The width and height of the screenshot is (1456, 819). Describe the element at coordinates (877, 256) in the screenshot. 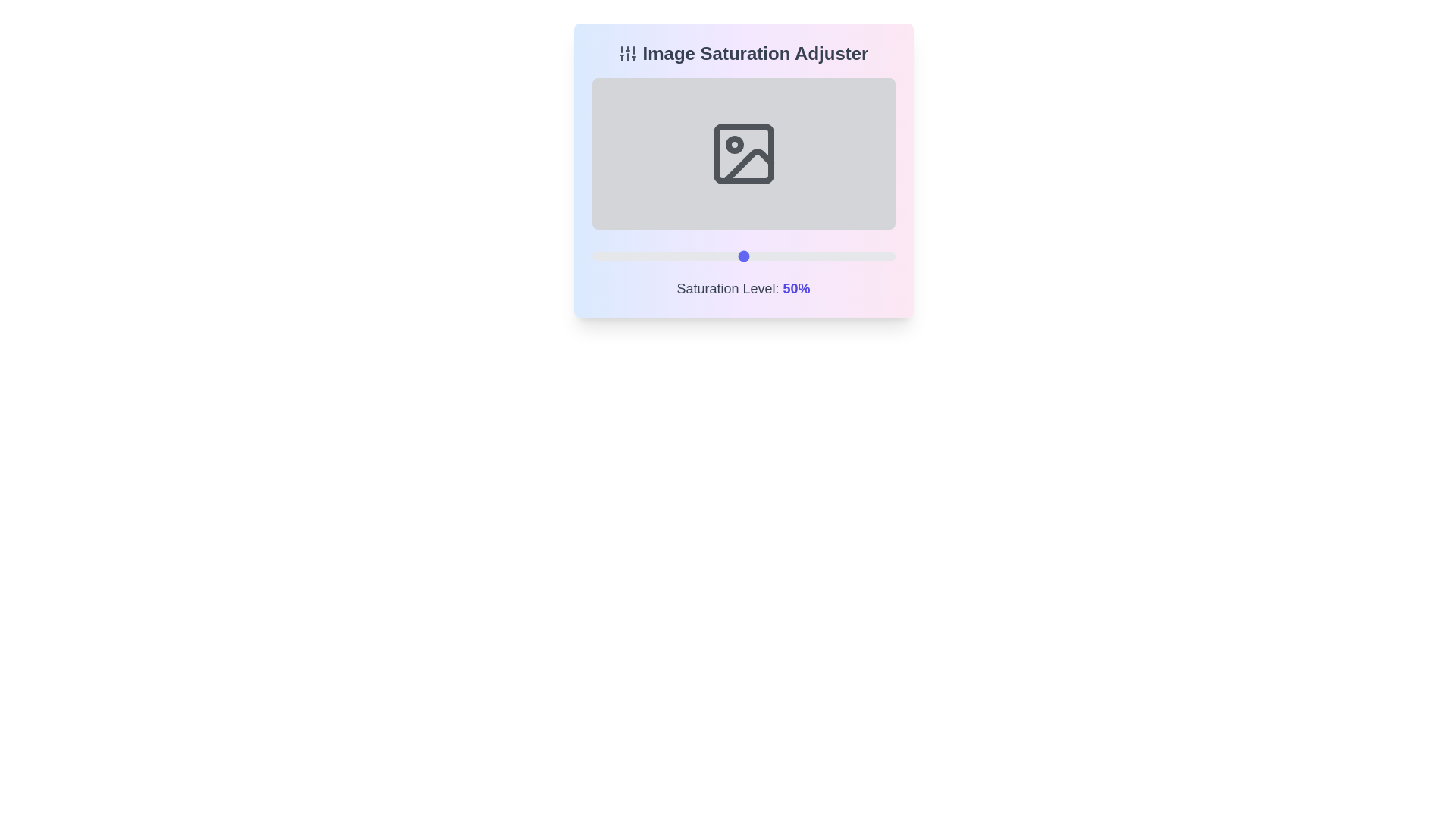

I see `the saturation slider to set the saturation level to 94` at that location.